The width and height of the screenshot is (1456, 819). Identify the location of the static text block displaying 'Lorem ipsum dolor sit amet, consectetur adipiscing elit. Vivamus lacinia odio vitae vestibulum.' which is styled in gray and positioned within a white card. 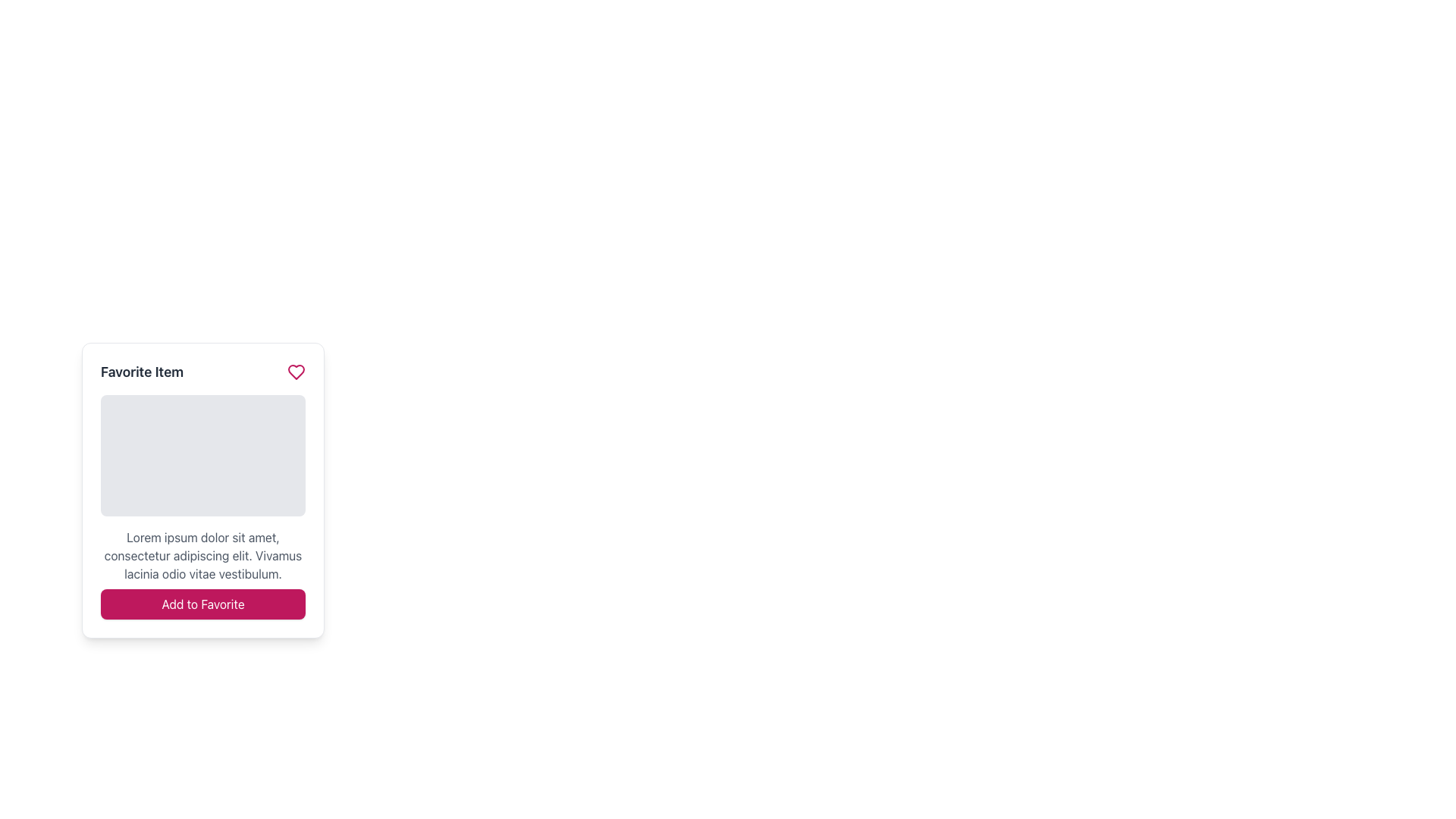
(202, 555).